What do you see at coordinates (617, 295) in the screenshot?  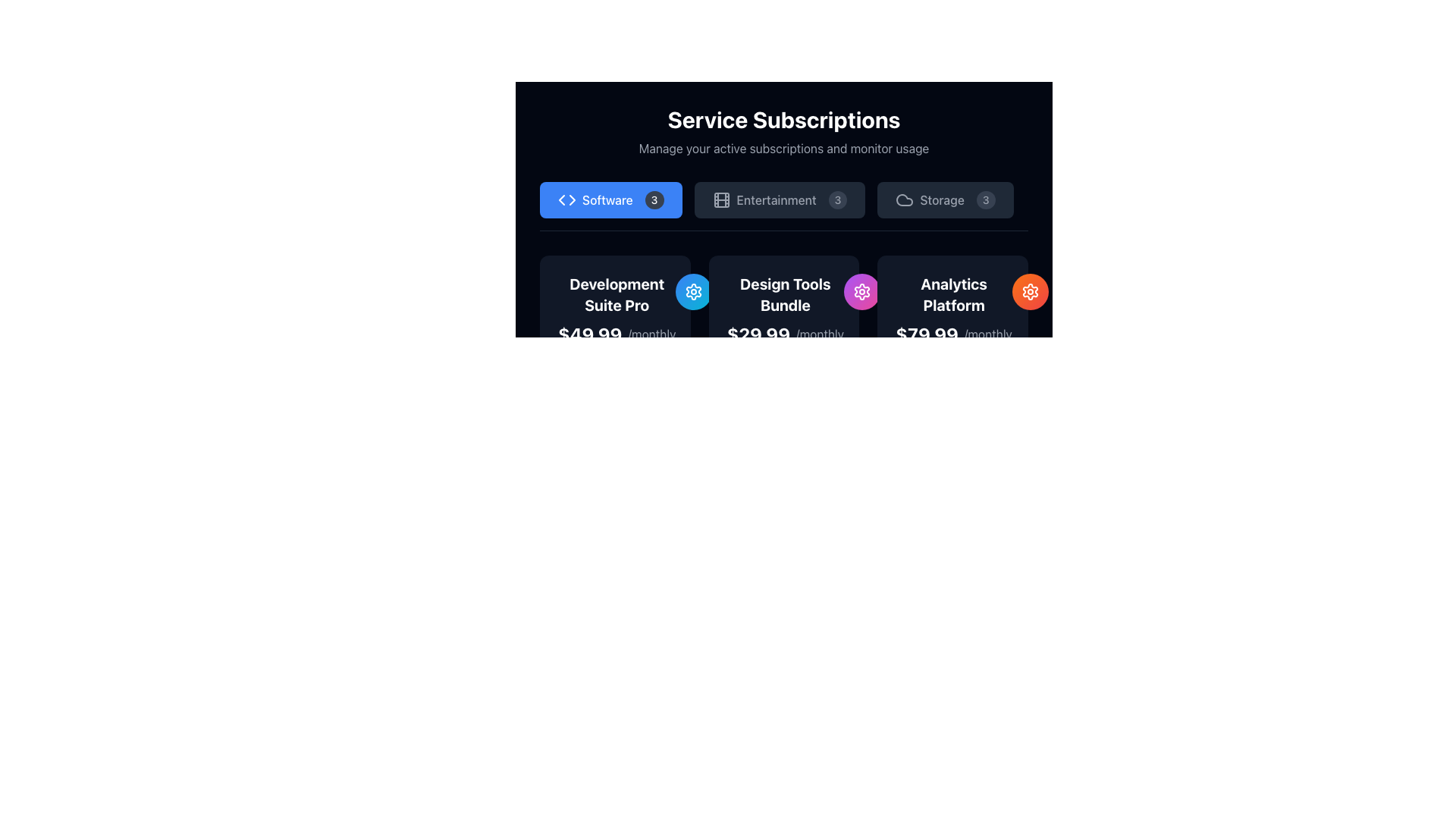 I see `the static text label component that serves as the title for the 'Development Suite Pro' product, positioned above the pricing information within its card layout` at bounding box center [617, 295].